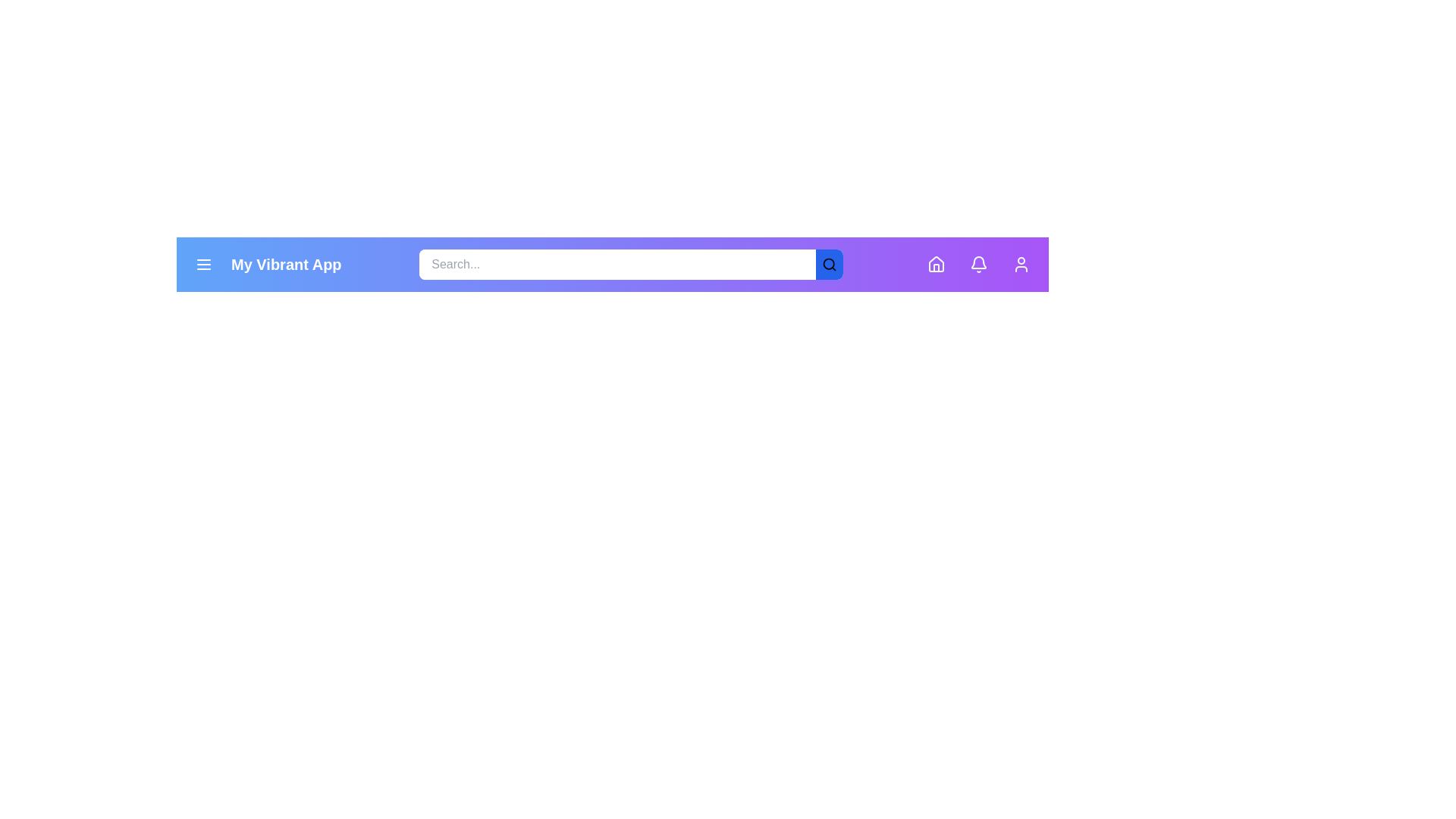 The image size is (1456, 819). What do you see at coordinates (617, 263) in the screenshot?
I see `the search bar and type the query 'example query'` at bounding box center [617, 263].